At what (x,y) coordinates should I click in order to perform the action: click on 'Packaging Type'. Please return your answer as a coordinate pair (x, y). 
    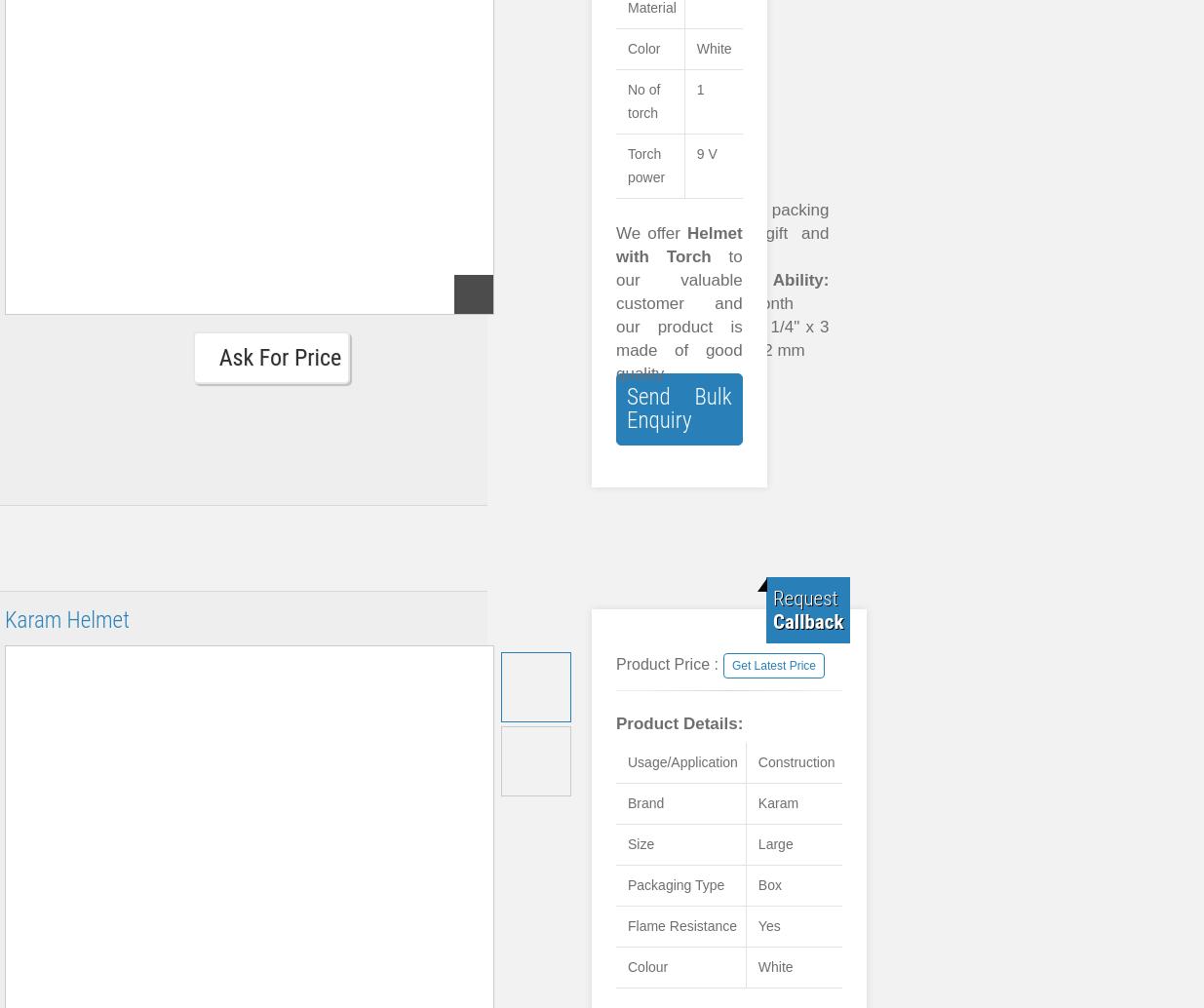
    Looking at the image, I should click on (676, 883).